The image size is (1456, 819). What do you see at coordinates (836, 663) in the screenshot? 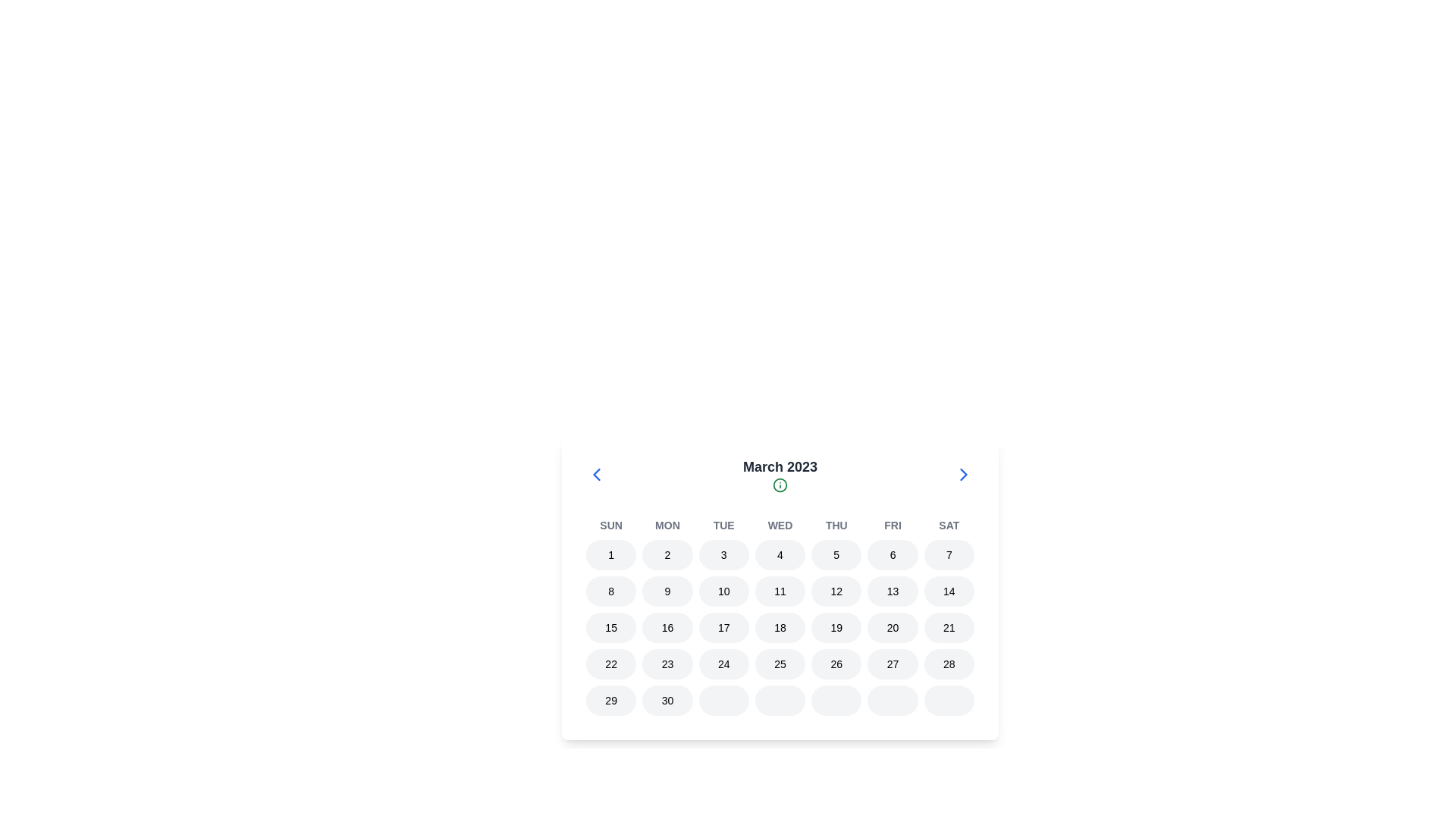
I see `the circular button with a light gray background displaying the number '26' to activate the hover effect` at bounding box center [836, 663].